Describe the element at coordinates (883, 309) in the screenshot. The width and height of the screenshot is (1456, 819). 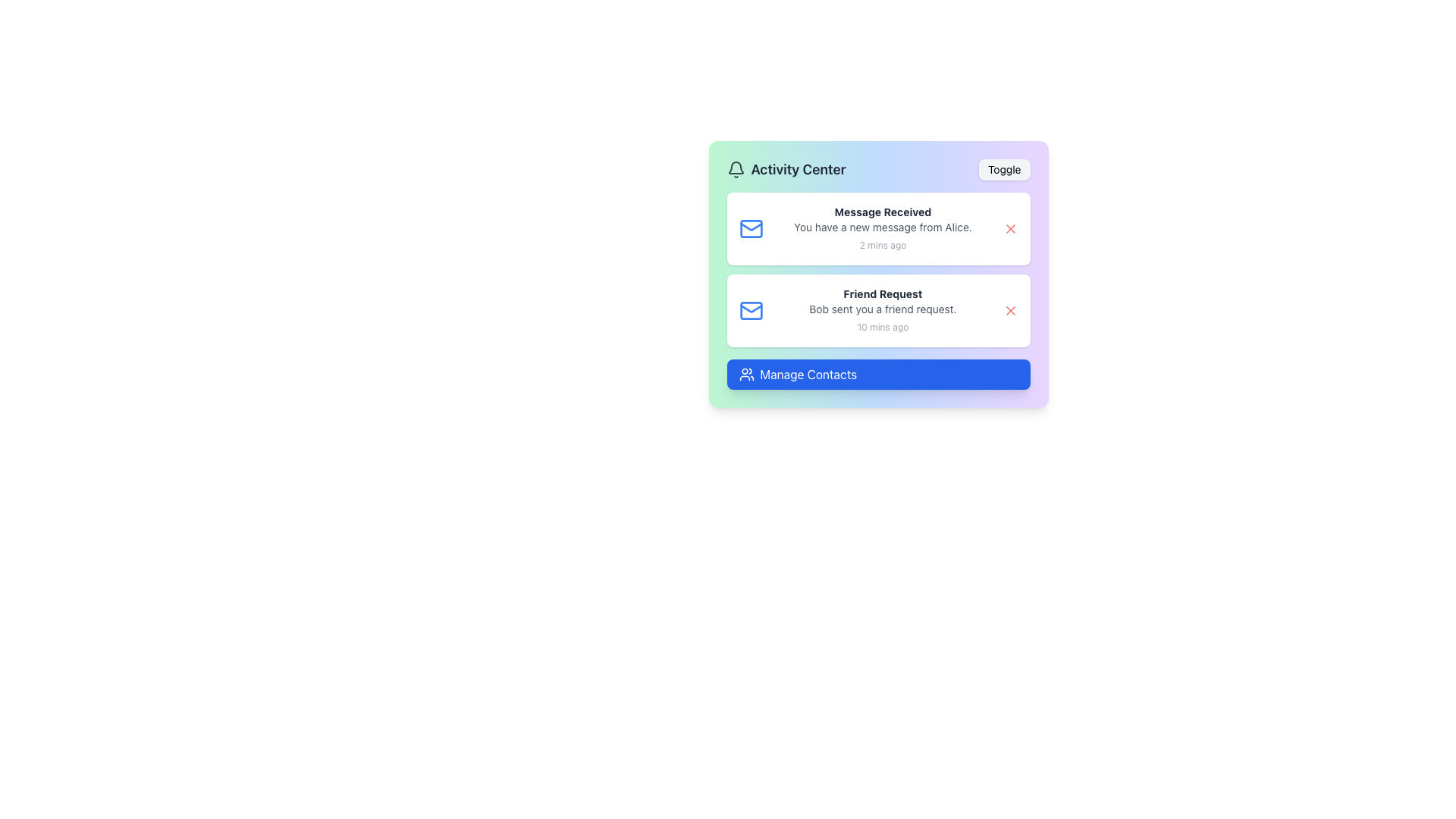
I see `the text element that informs the user about an incoming friend request from Bob, located in the second notification section of the activity center` at that location.